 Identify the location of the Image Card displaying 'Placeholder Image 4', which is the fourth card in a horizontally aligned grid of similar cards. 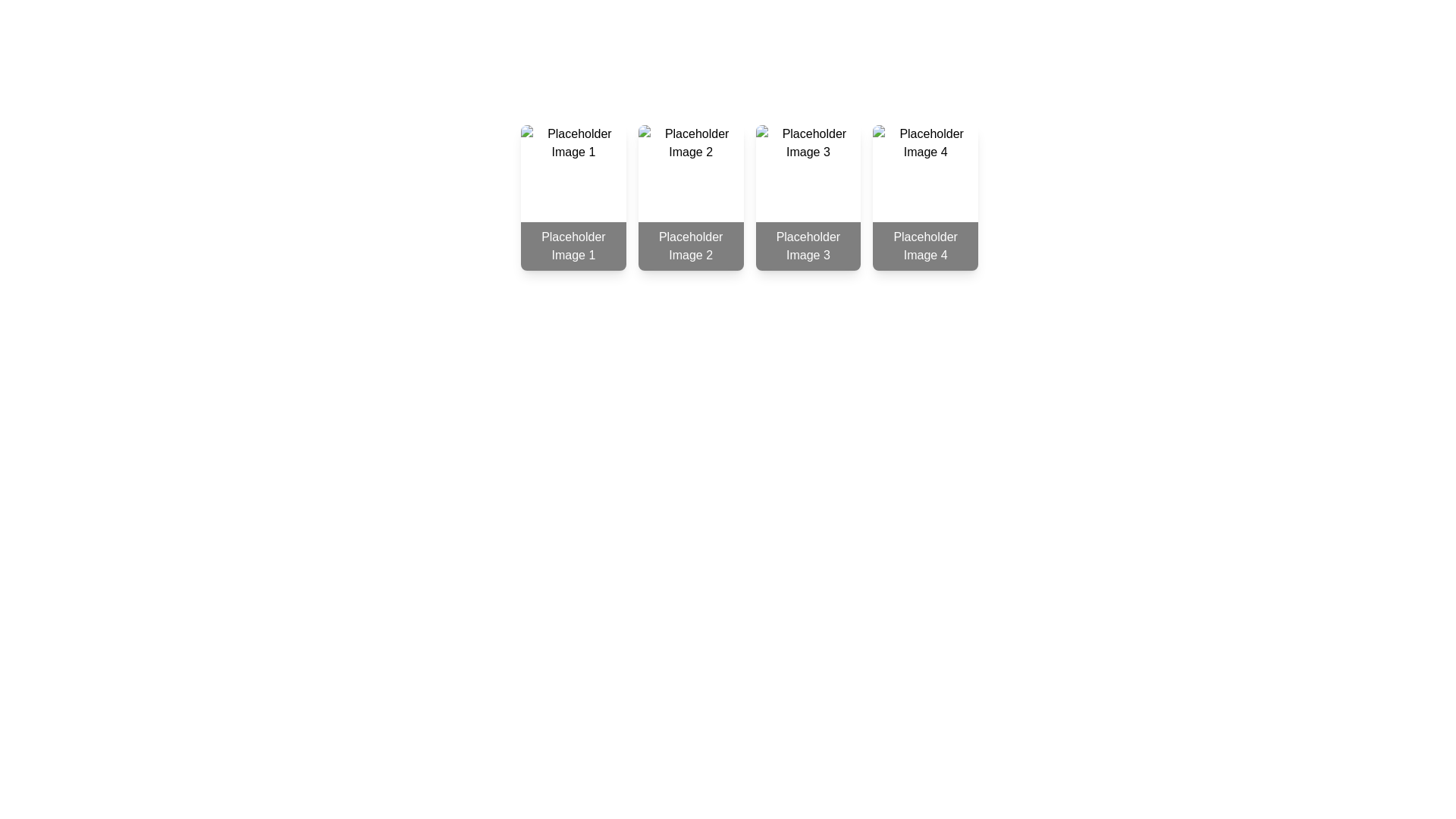
(924, 197).